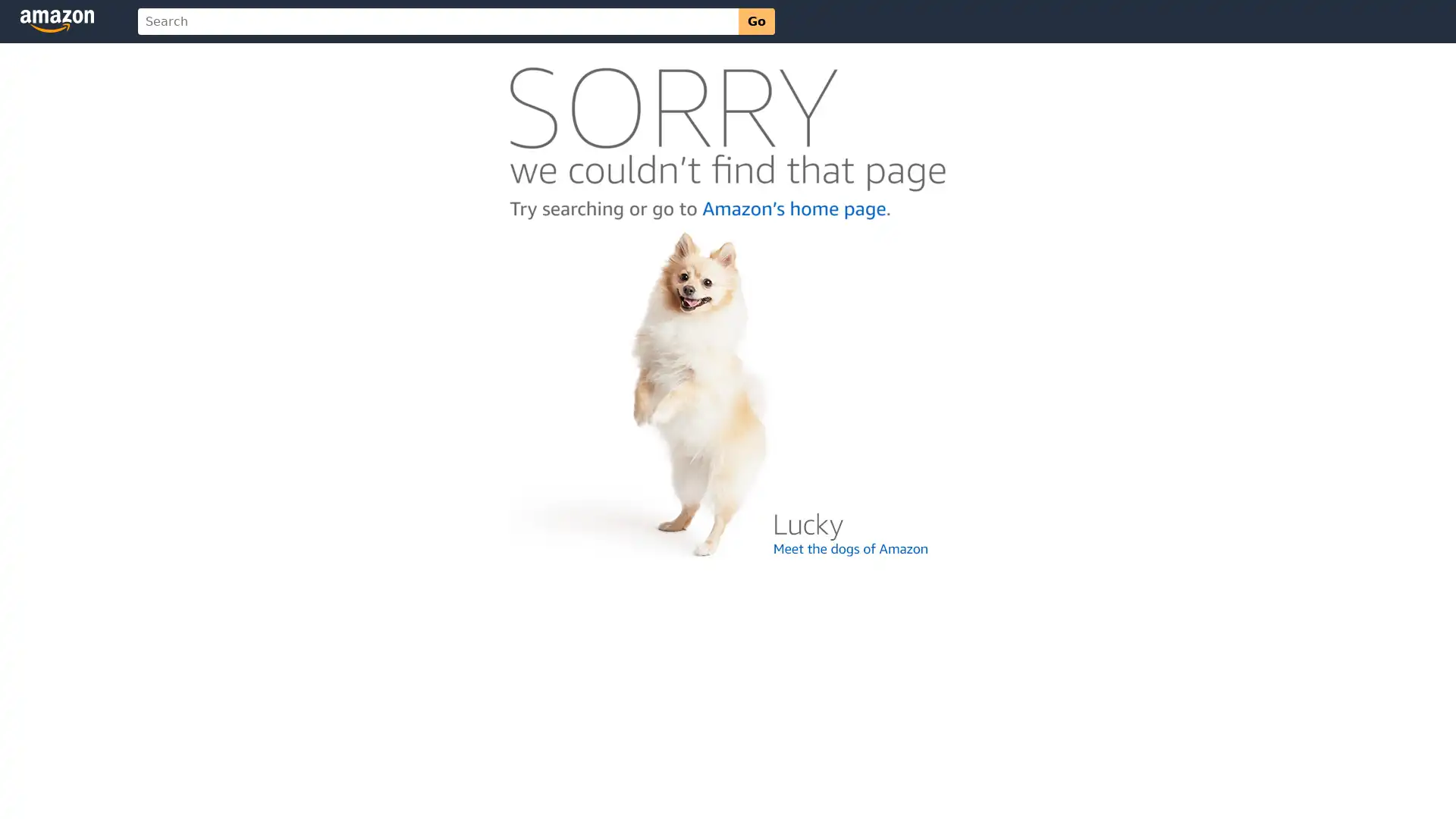 This screenshot has width=1456, height=819. Describe the element at coordinates (757, 21) in the screenshot. I see `Go` at that location.